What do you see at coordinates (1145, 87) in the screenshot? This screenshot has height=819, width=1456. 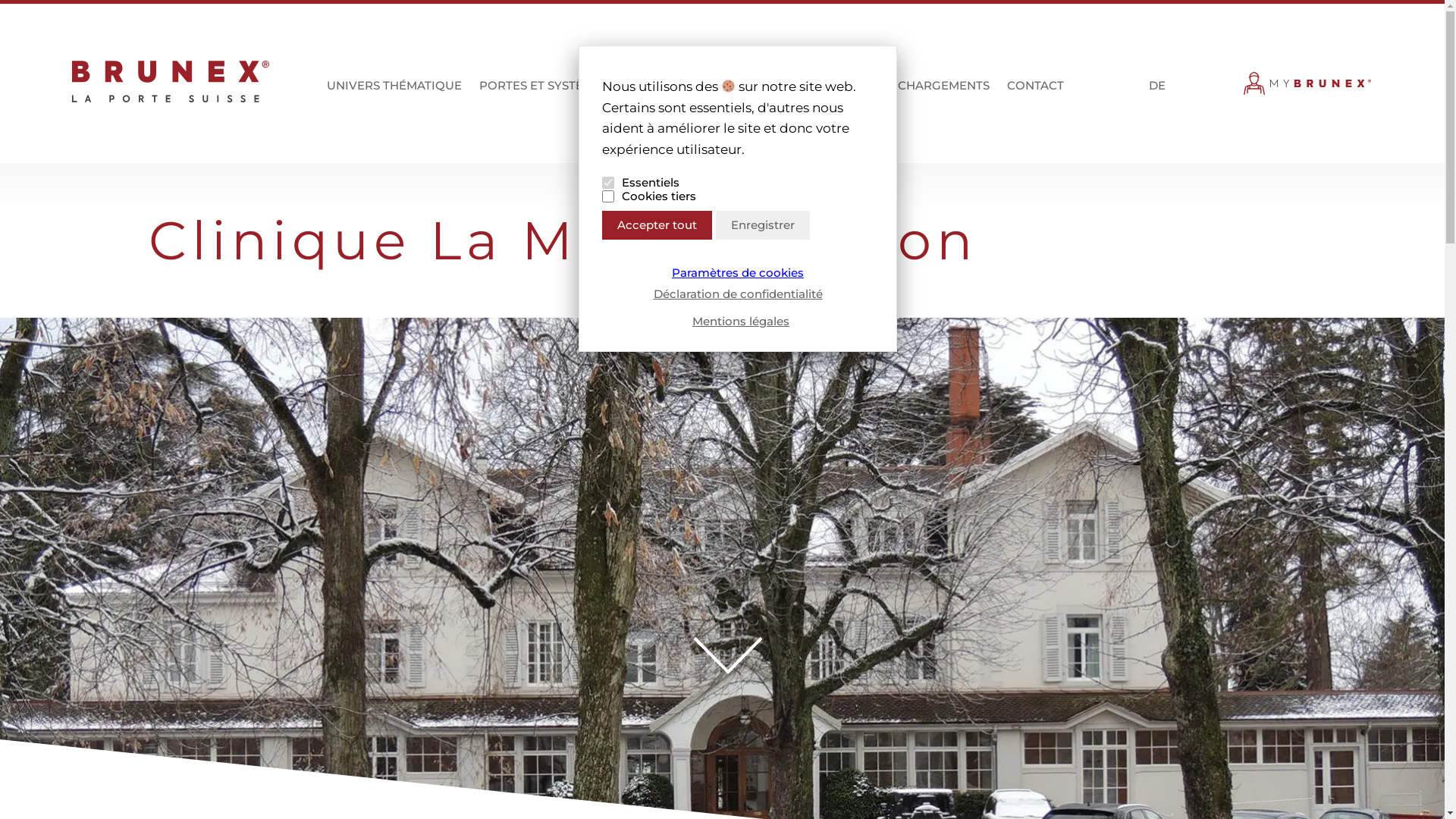 I see `'DE'` at bounding box center [1145, 87].